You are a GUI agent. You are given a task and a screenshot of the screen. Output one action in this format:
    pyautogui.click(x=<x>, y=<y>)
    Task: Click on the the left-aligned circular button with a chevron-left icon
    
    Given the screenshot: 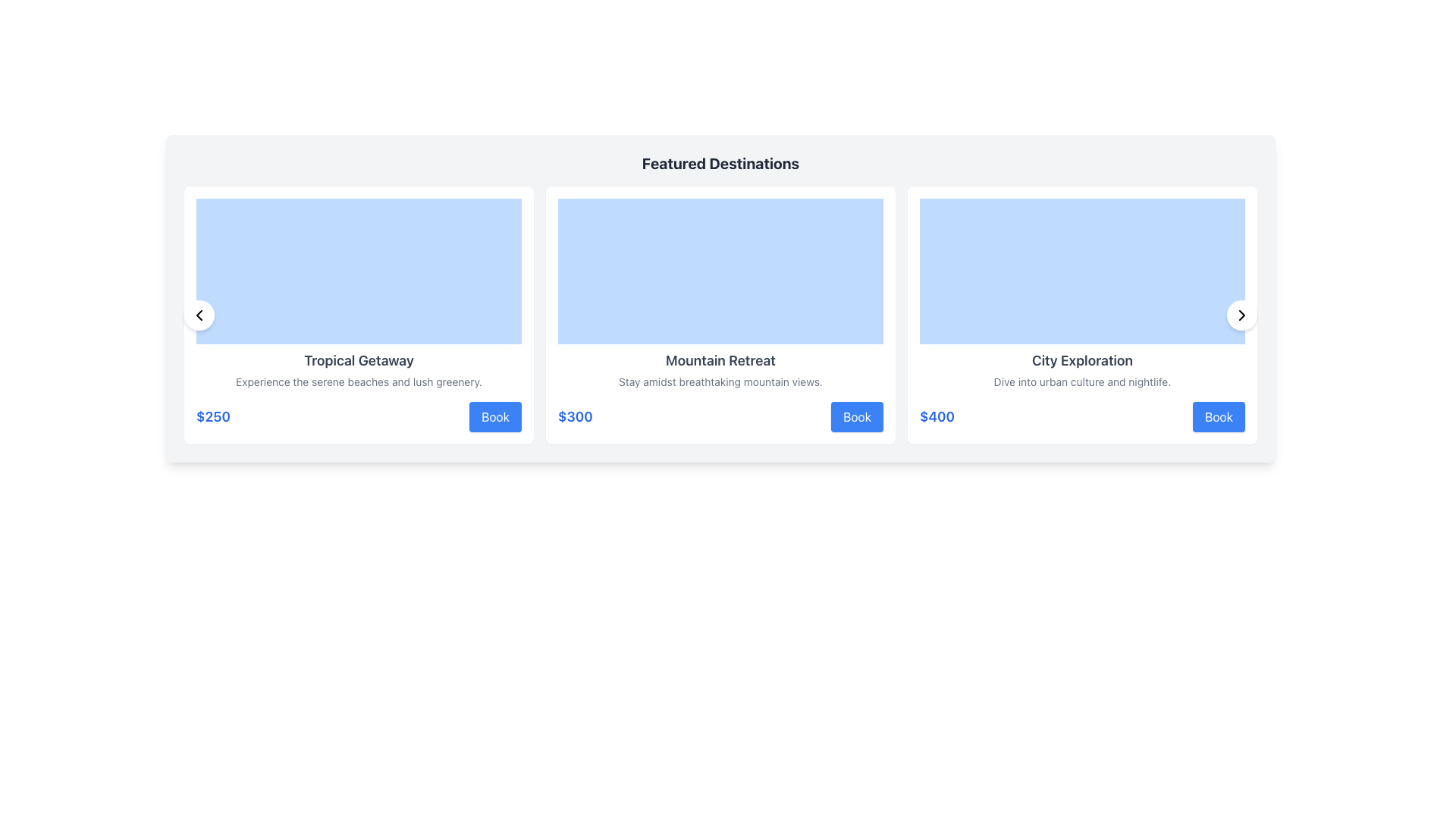 What is the action you would take?
    pyautogui.click(x=199, y=315)
    